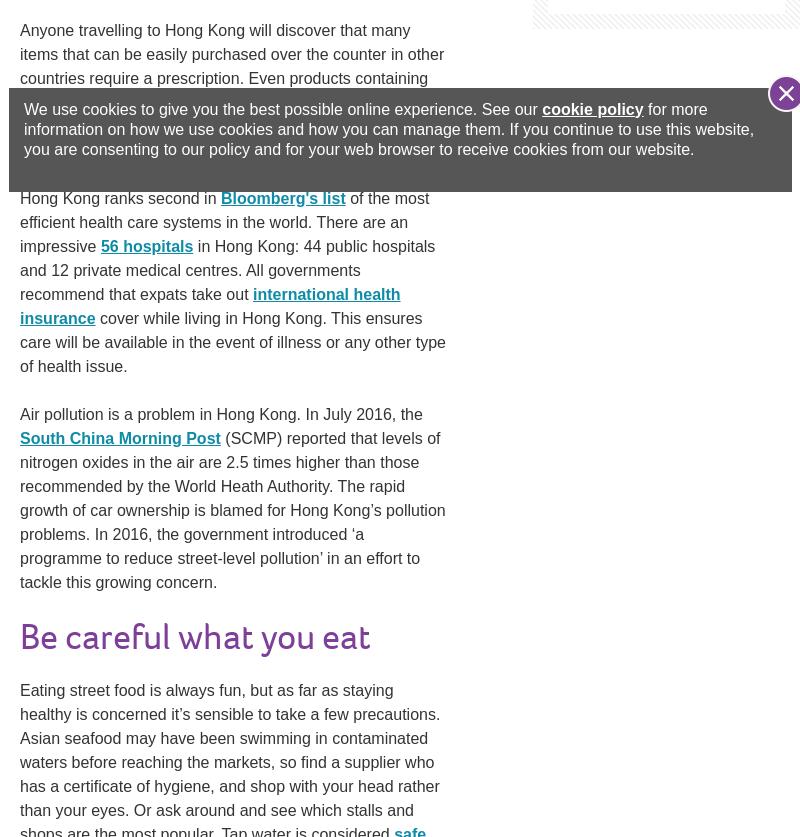  What do you see at coordinates (146, 245) in the screenshot?
I see `'56 hospitals'` at bounding box center [146, 245].